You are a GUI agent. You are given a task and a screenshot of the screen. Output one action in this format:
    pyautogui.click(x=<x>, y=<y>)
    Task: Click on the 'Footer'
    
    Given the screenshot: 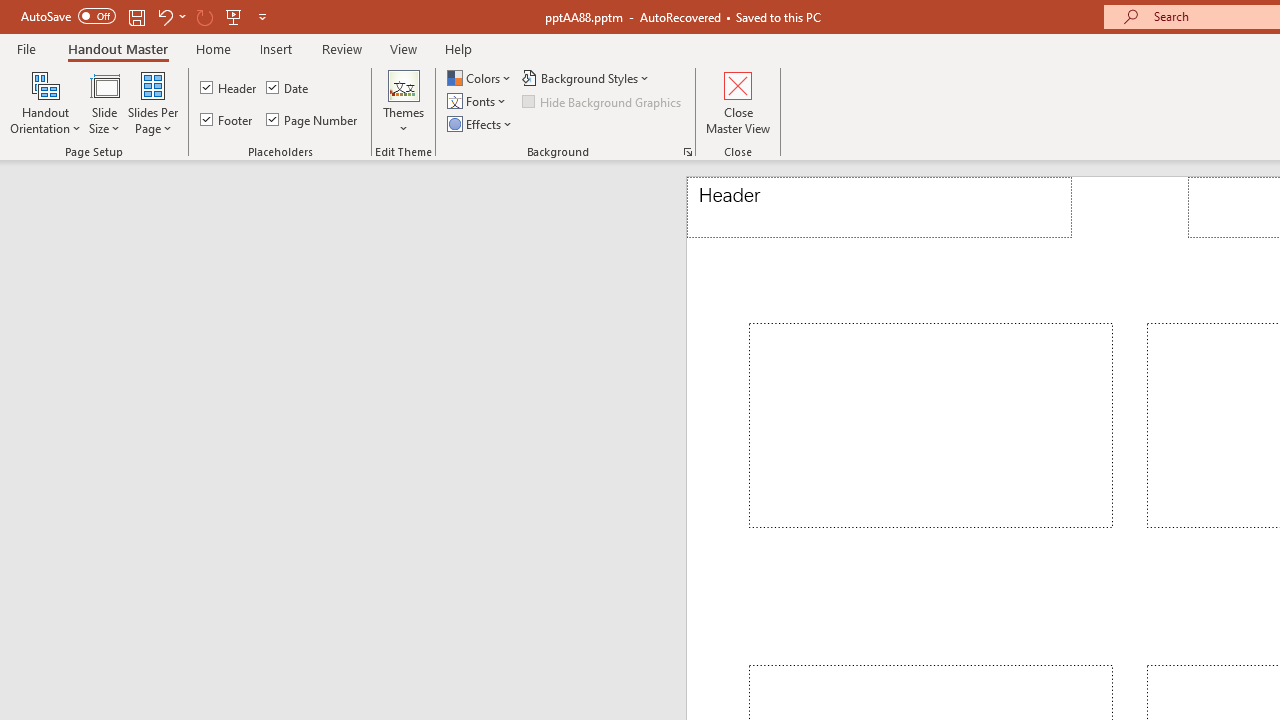 What is the action you would take?
    pyautogui.click(x=227, y=119)
    